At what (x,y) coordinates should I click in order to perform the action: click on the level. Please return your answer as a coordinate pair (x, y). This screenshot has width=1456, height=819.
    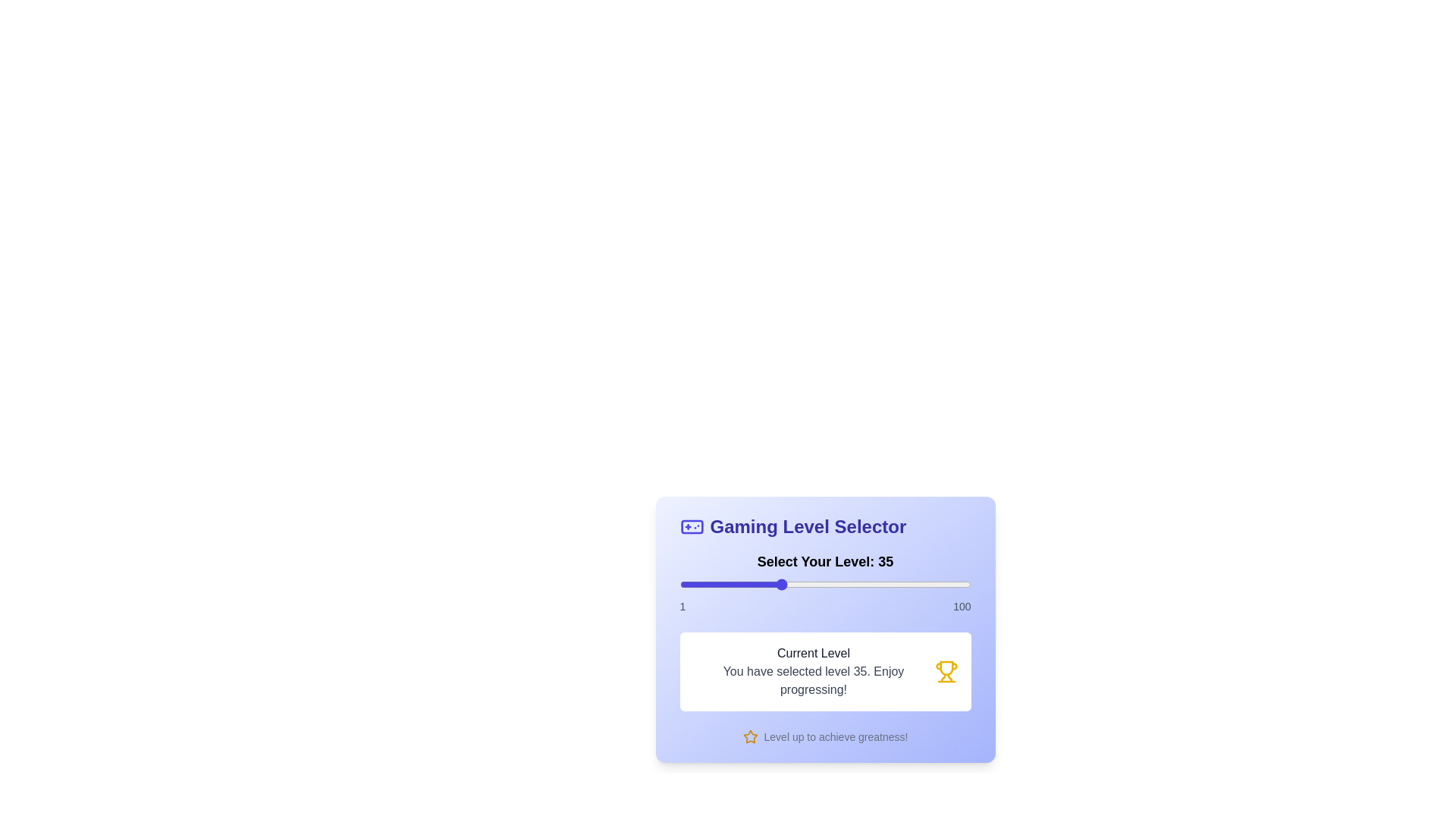
    Looking at the image, I should click on (906, 584).